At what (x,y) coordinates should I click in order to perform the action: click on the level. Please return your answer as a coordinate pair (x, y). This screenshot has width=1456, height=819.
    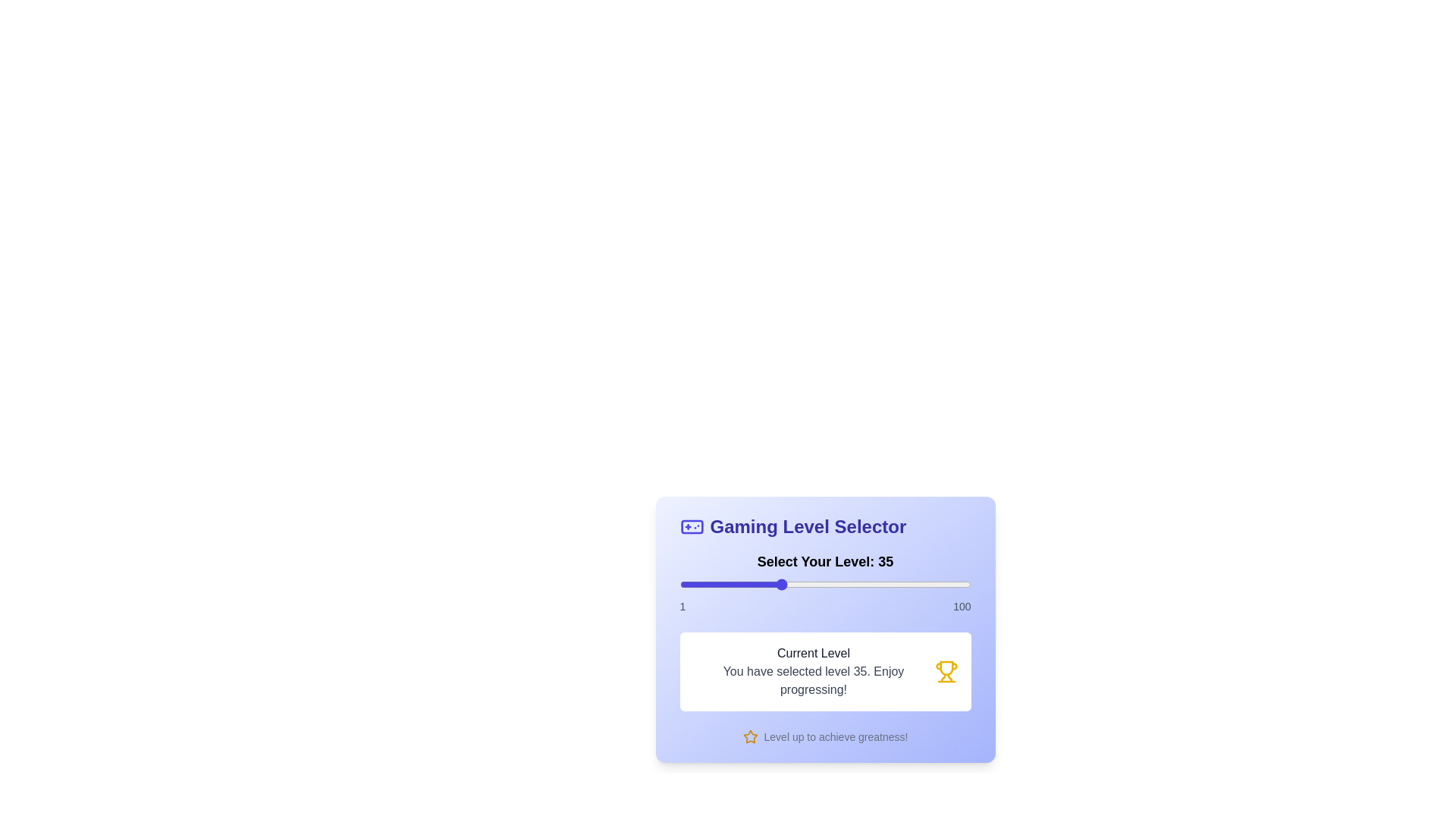
    Looking at the image, I should click on (906, 584).